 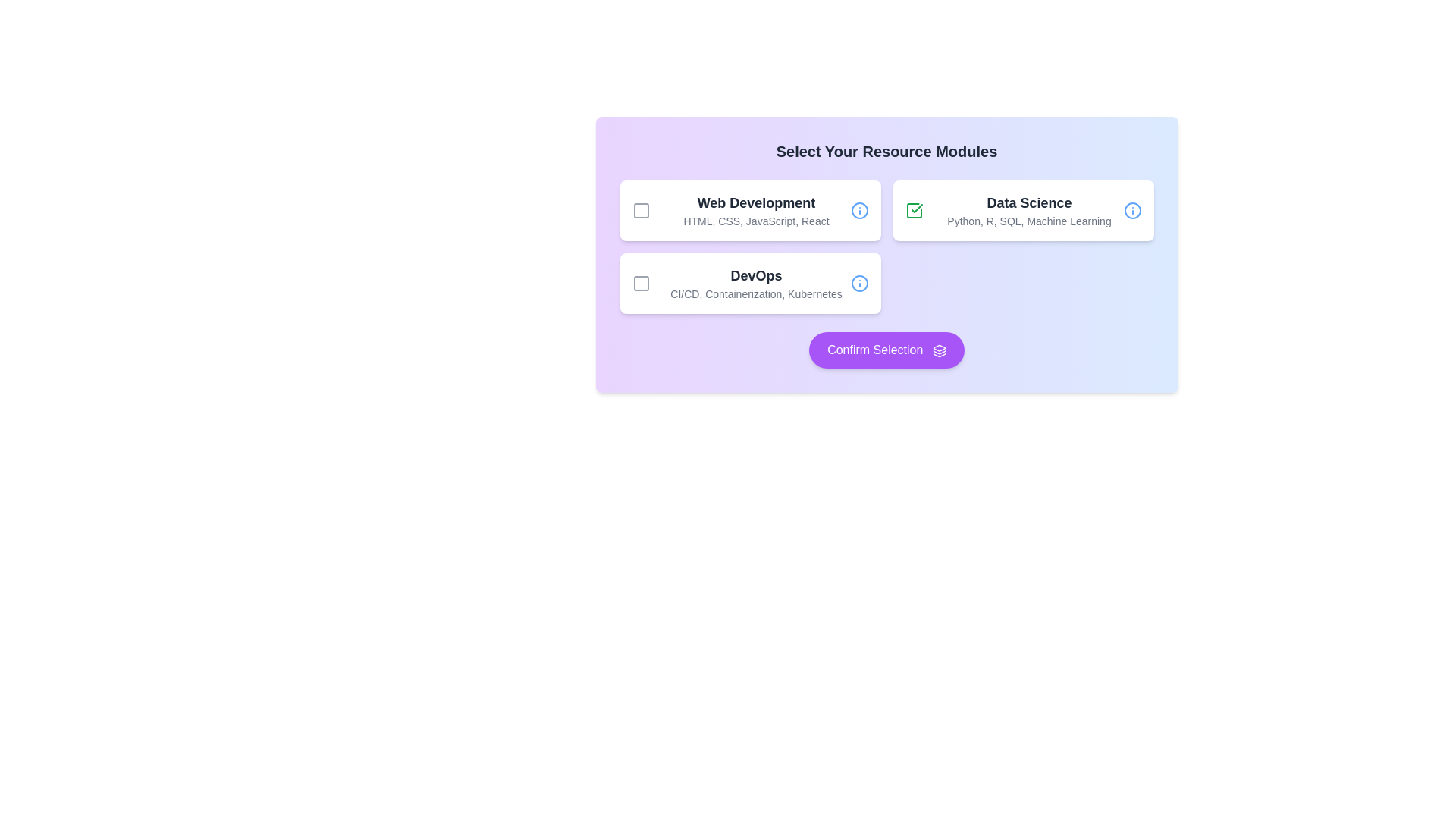 I want to click on the text label containing 'CI/CD, Containerization, Kubernetes', which is styled in gray and positioned below the 'DevOps' heading, so click(x=756, y=294).